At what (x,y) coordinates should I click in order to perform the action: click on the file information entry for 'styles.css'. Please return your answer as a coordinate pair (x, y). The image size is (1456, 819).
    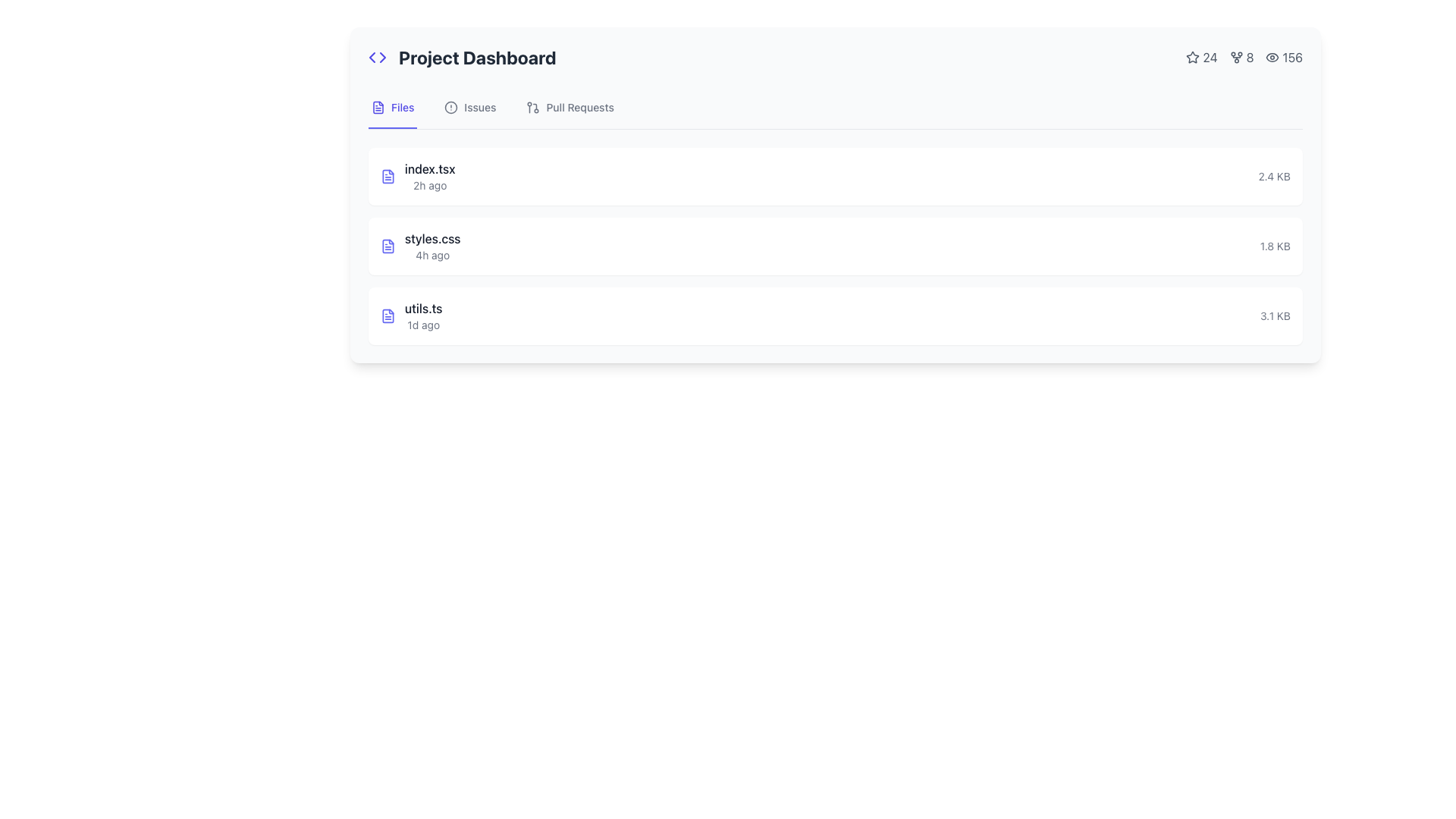
    Looking at the image, I should click on (431, 245).